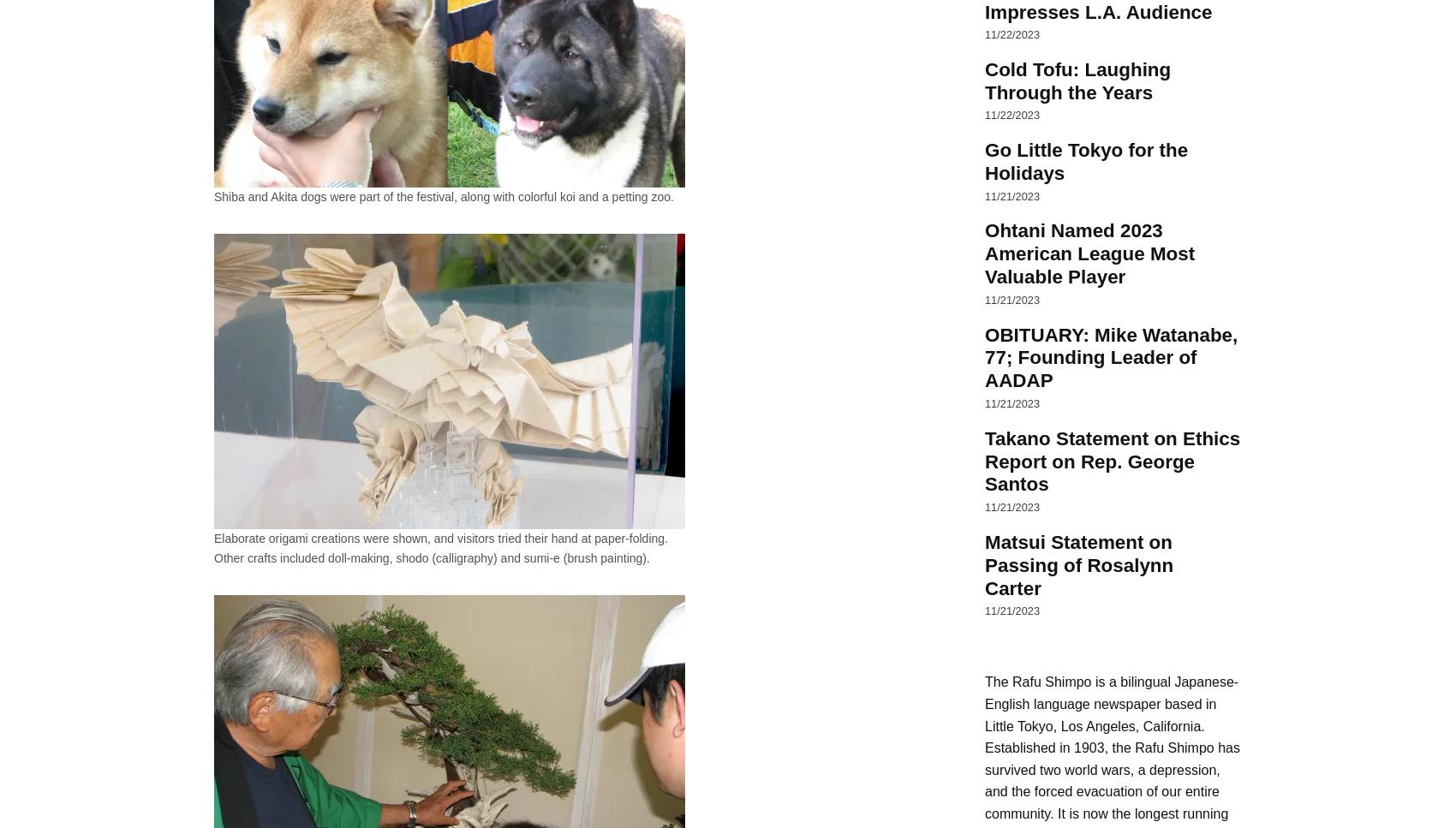 The height and width of the screenshot is (828, 1456). What do you see at coordinates (1089, 253) in the screenshot?
I see `'Ohtani Named 2023 American League Most Valuable Player'` at bounding box center [1089, 253].